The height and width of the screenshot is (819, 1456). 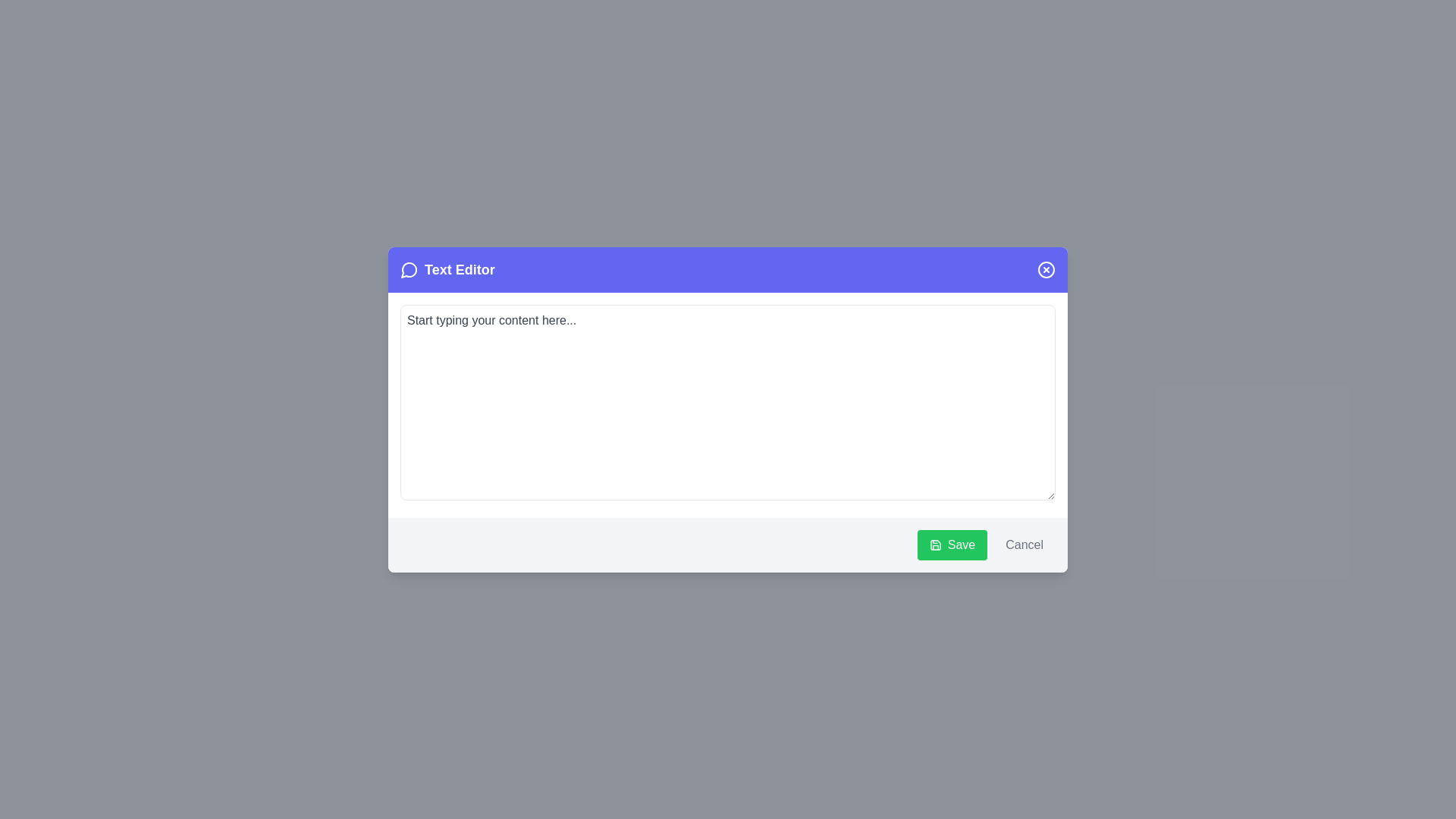 What do you see at coordinates (728, 401) in the screenshot?
I see `the text area to focus and enable editing` at bounding box center [728, 401].